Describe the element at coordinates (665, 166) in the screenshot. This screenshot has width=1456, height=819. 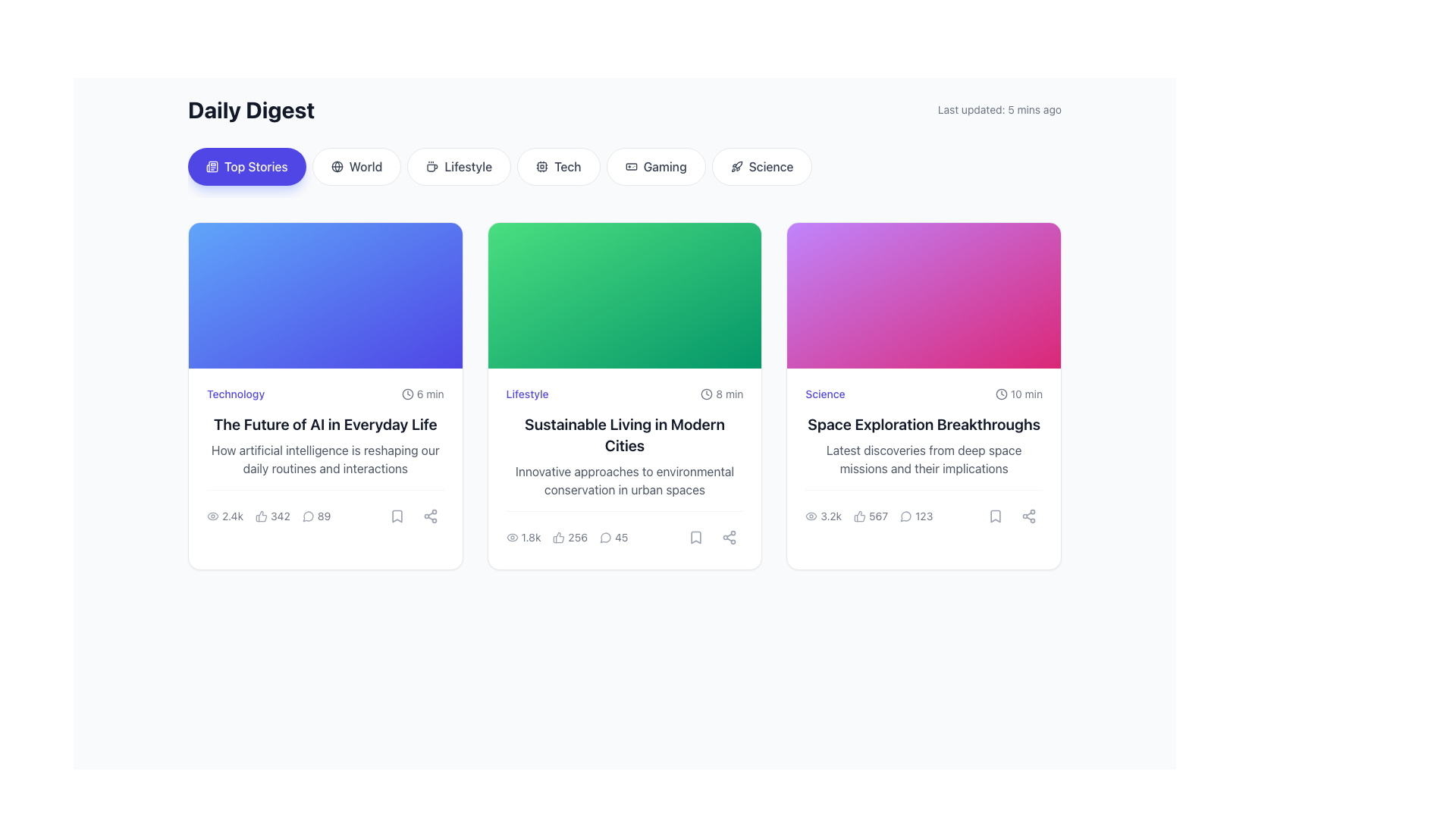
I see `the 'Gaming' text label within the category selection button, which is styled with a modern sans-serif font and` at that location.